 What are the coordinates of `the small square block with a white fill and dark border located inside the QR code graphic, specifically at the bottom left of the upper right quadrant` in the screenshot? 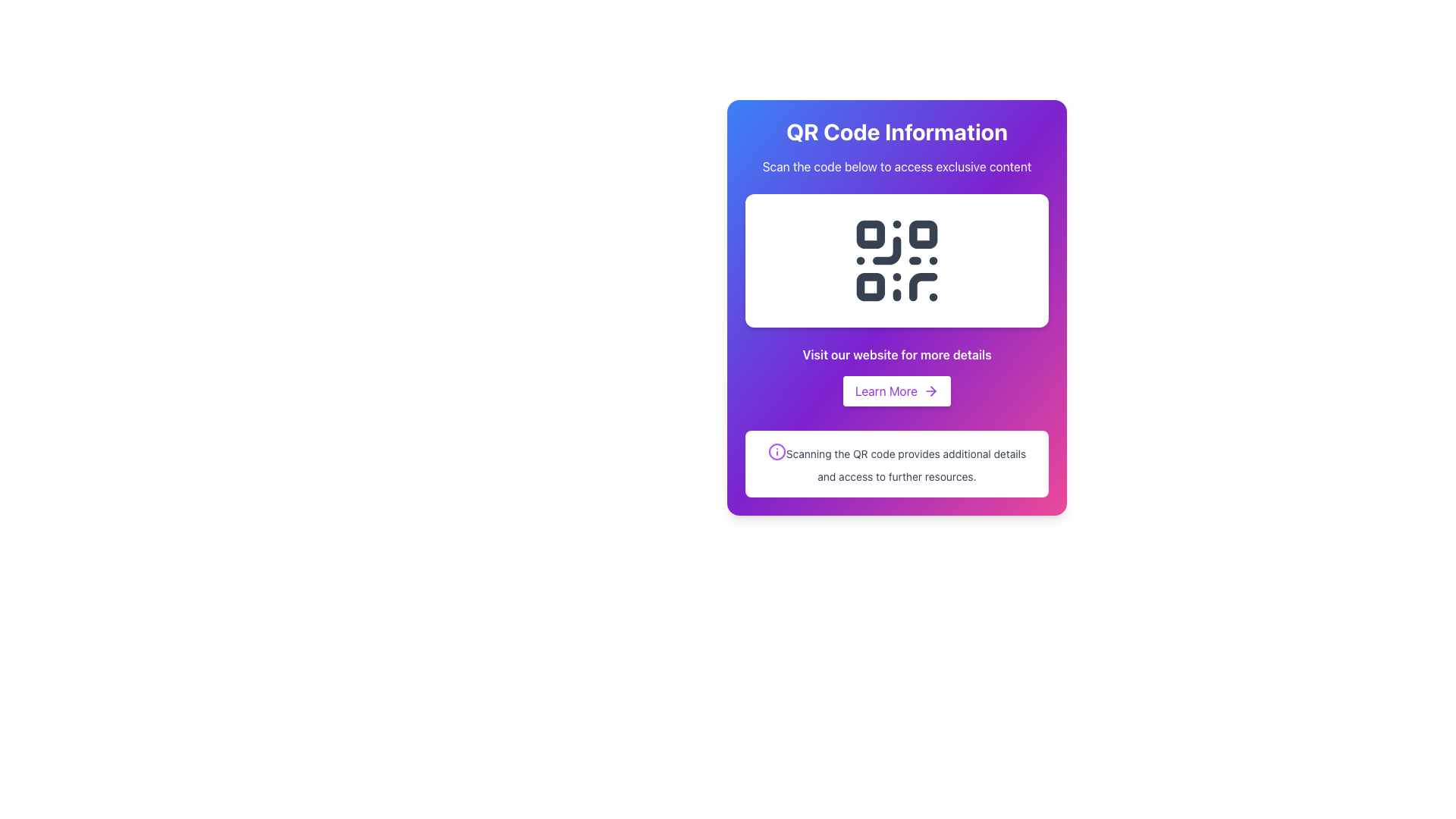 It's located at (871, 287).